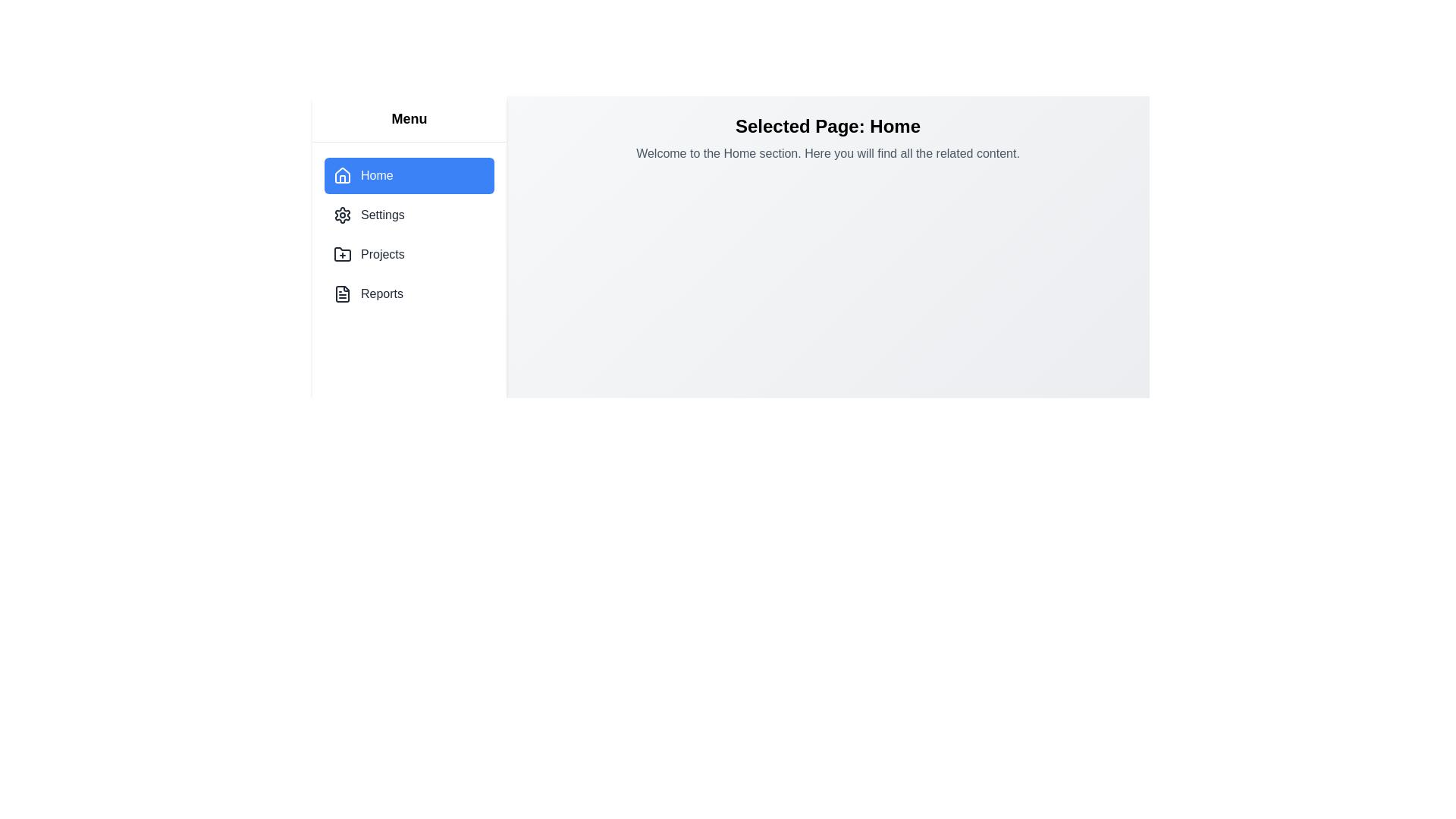 This screenshot has width=1456, height=819. Describe the element at coordinates (382, 215) in the screenshot. I see `the 'Settings' text label in the left sidebar navigation menu, which is styled in dark gray and is positioned next to a settings icon` at that location.